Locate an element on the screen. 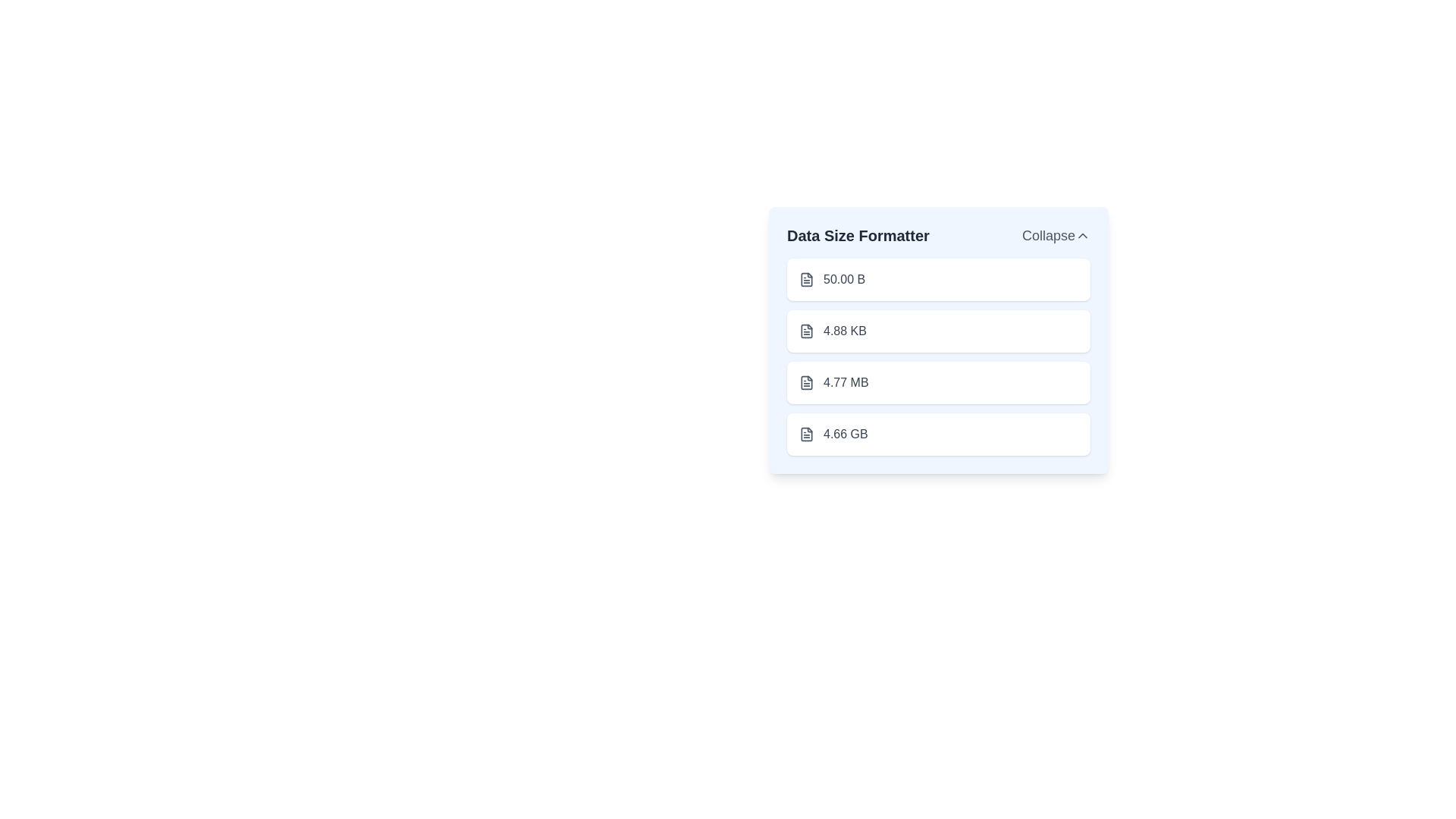 The height and width of the screenshot is (819, 1456). the styled file or document icon, which has a rectangular shape with a distinct corner fold, located to the left of the first text entry in the table is located at coordinates (806, 330).